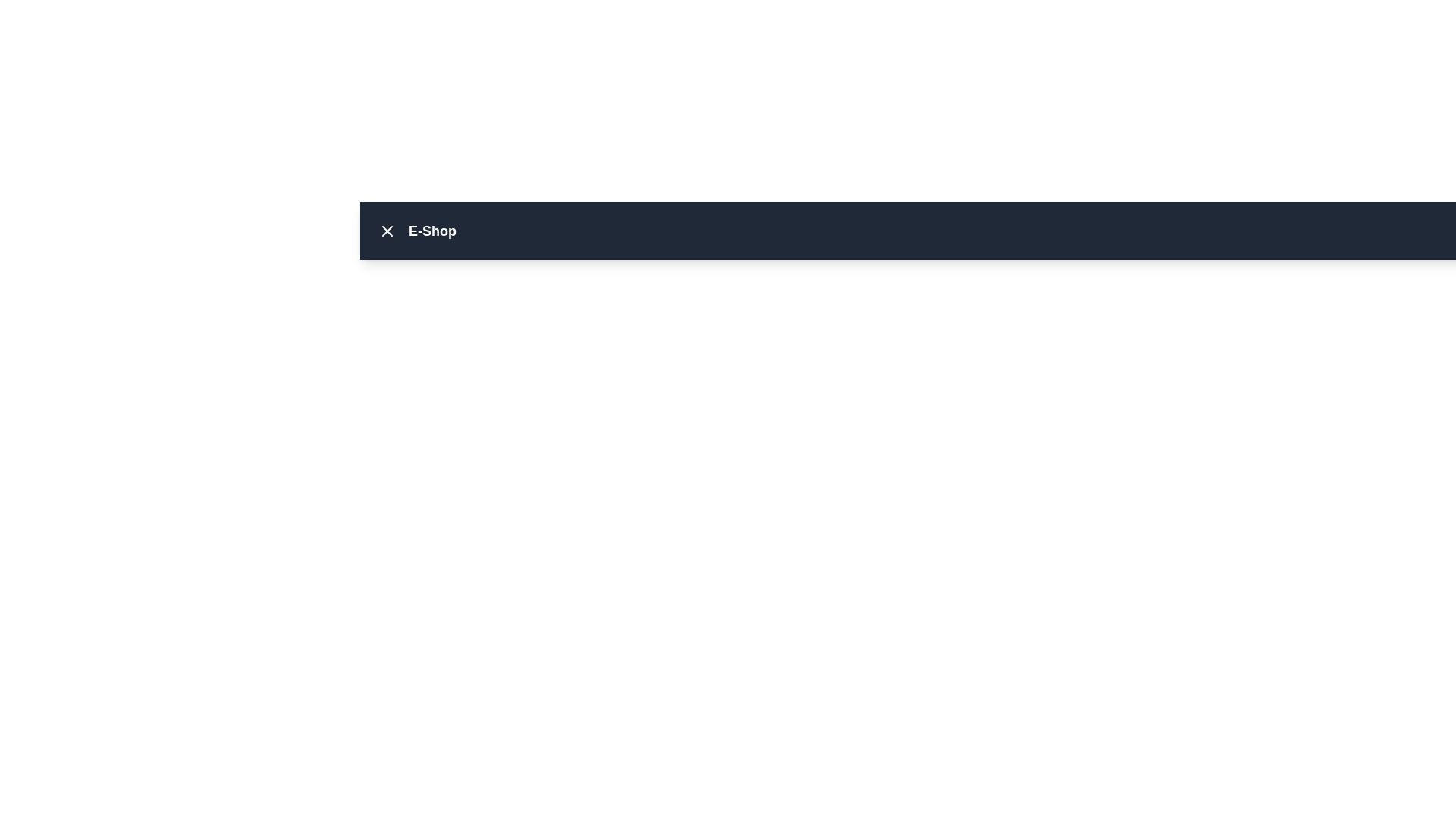 This screenshot has width=1456, height=819. What do you see at coordinates (414, 231) in the screenshot?
I see `the static text label 'E-Shop' which is a bold white text on a dark background located in the top-left section of the interface` at bounding box center [414, 231].